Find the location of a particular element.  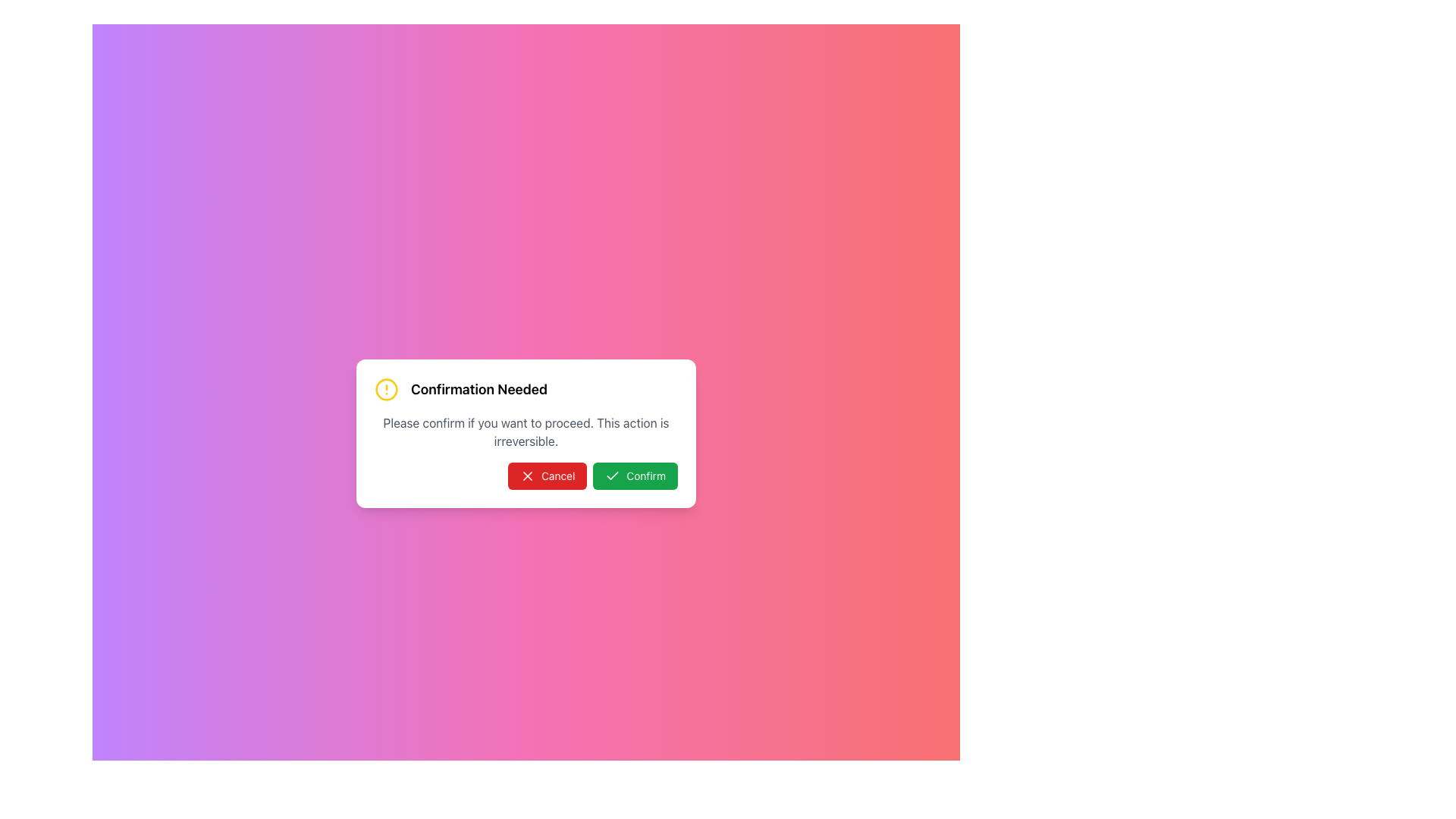

the 'Confirmation Needed' text with a yellow alert icon located at the top of the dialog box is located at coordinates (526, 388).